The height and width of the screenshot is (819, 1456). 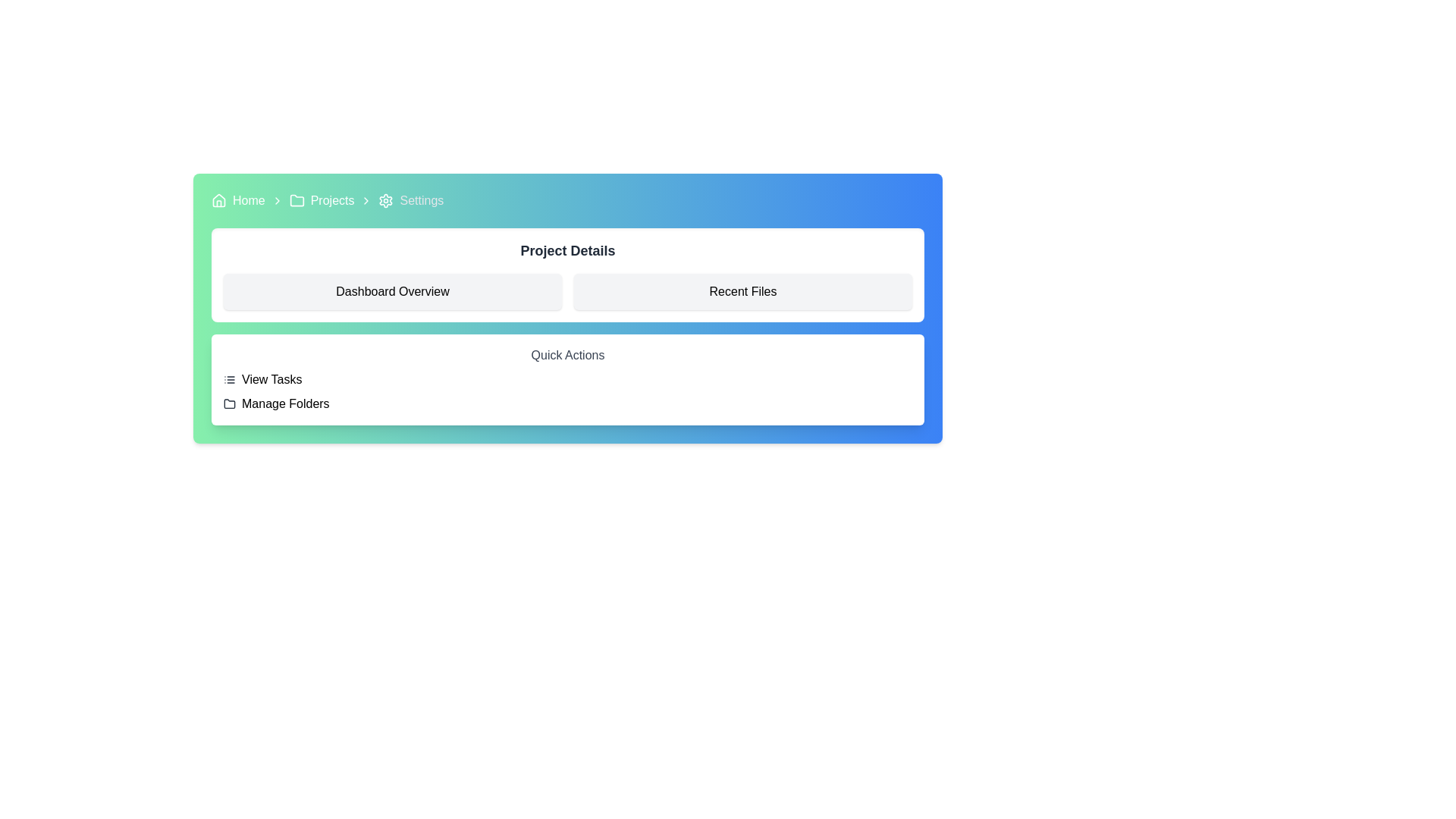 I want to click on the 'Projects' navigation link, which is the second text item in the sequence of navigation labels, so click(x=331, y=200).